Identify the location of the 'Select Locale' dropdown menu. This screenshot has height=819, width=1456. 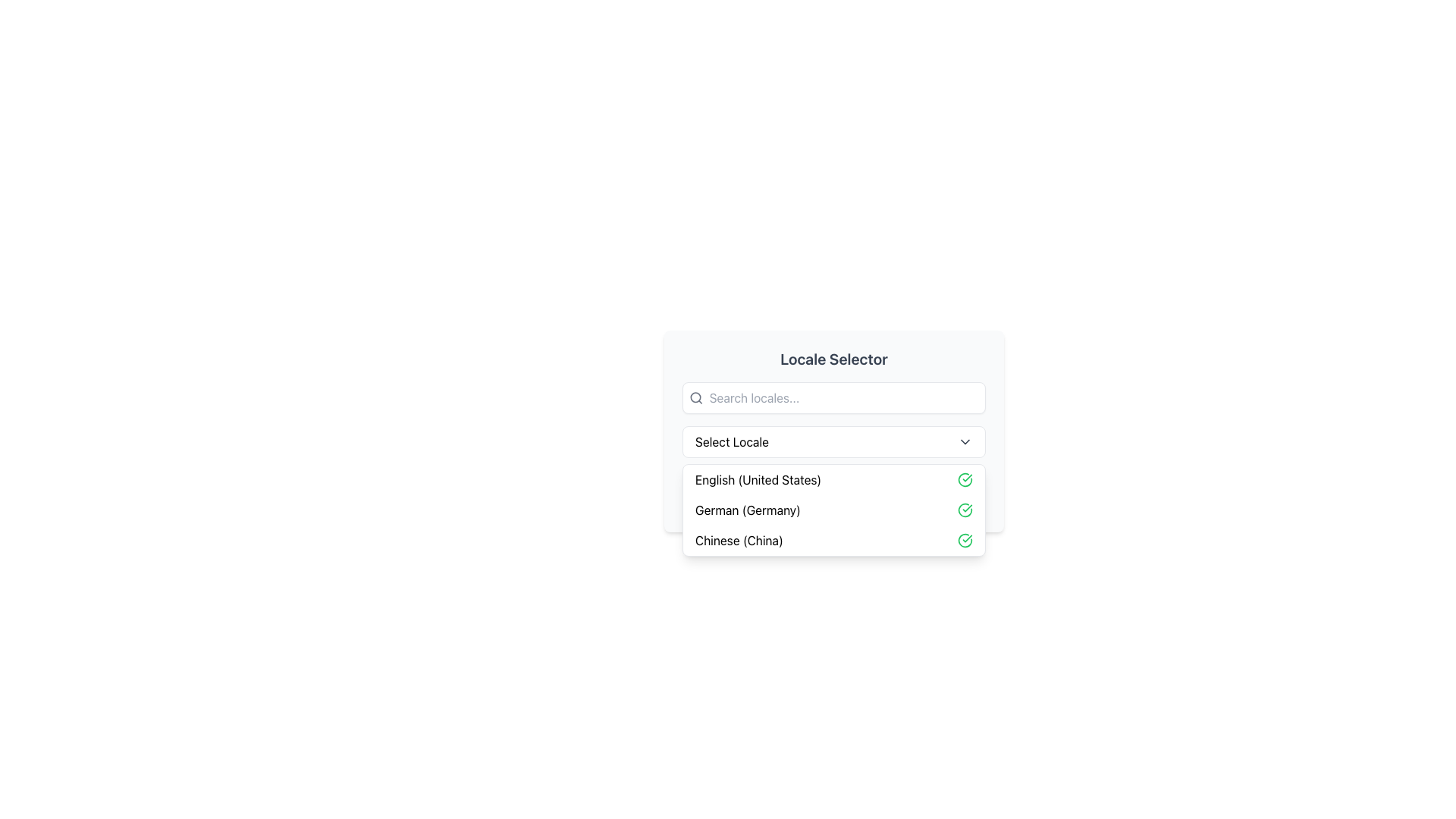
(833, 441).